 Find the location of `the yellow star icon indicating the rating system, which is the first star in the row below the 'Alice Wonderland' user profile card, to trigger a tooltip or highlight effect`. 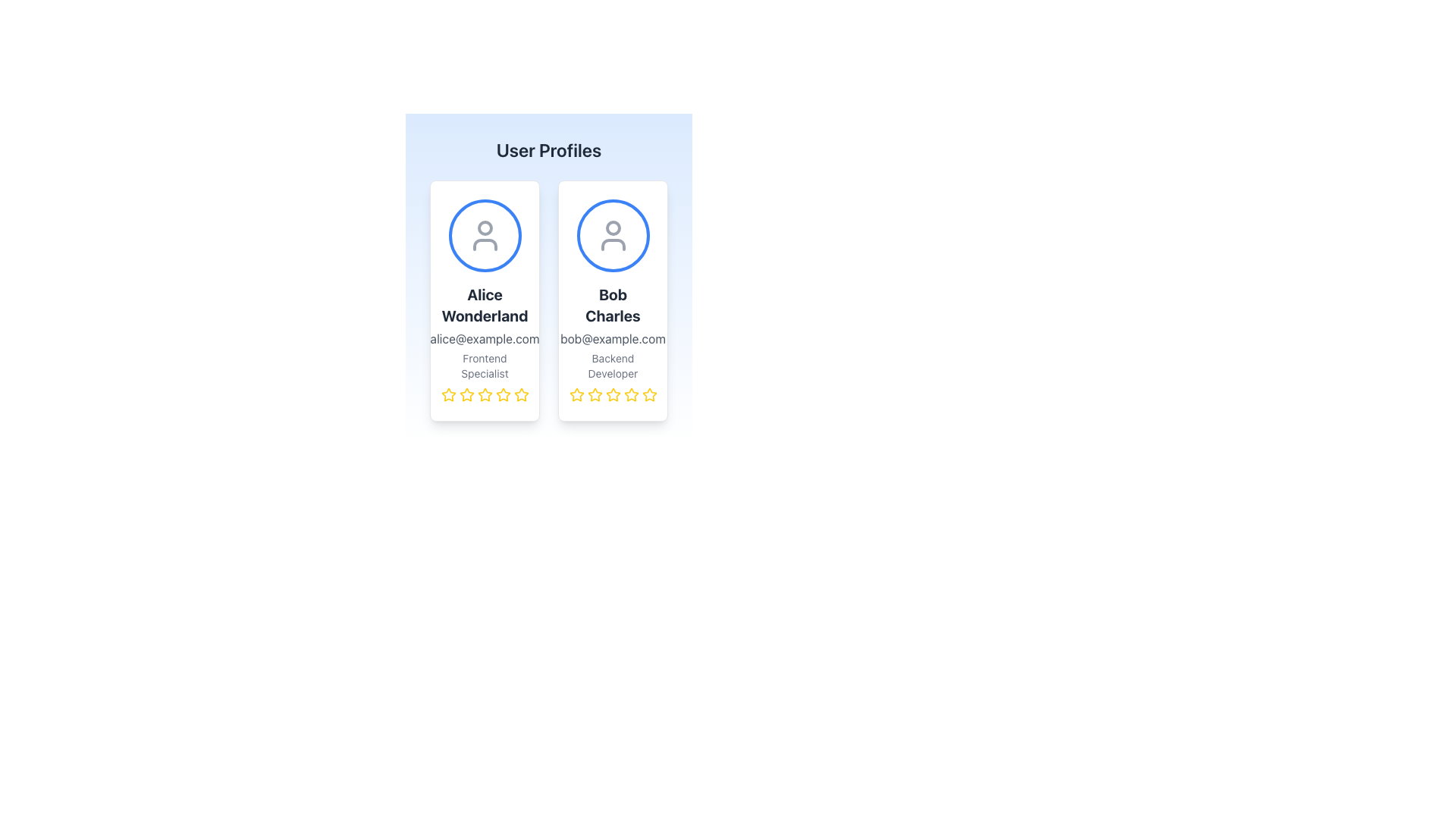

the yellow star icon indicating the rating system, which is the first star in the row below the 'Alice Wonderland' user profile card, to trigger a tooltip or highlight effect is located at coordinates (447, 394).